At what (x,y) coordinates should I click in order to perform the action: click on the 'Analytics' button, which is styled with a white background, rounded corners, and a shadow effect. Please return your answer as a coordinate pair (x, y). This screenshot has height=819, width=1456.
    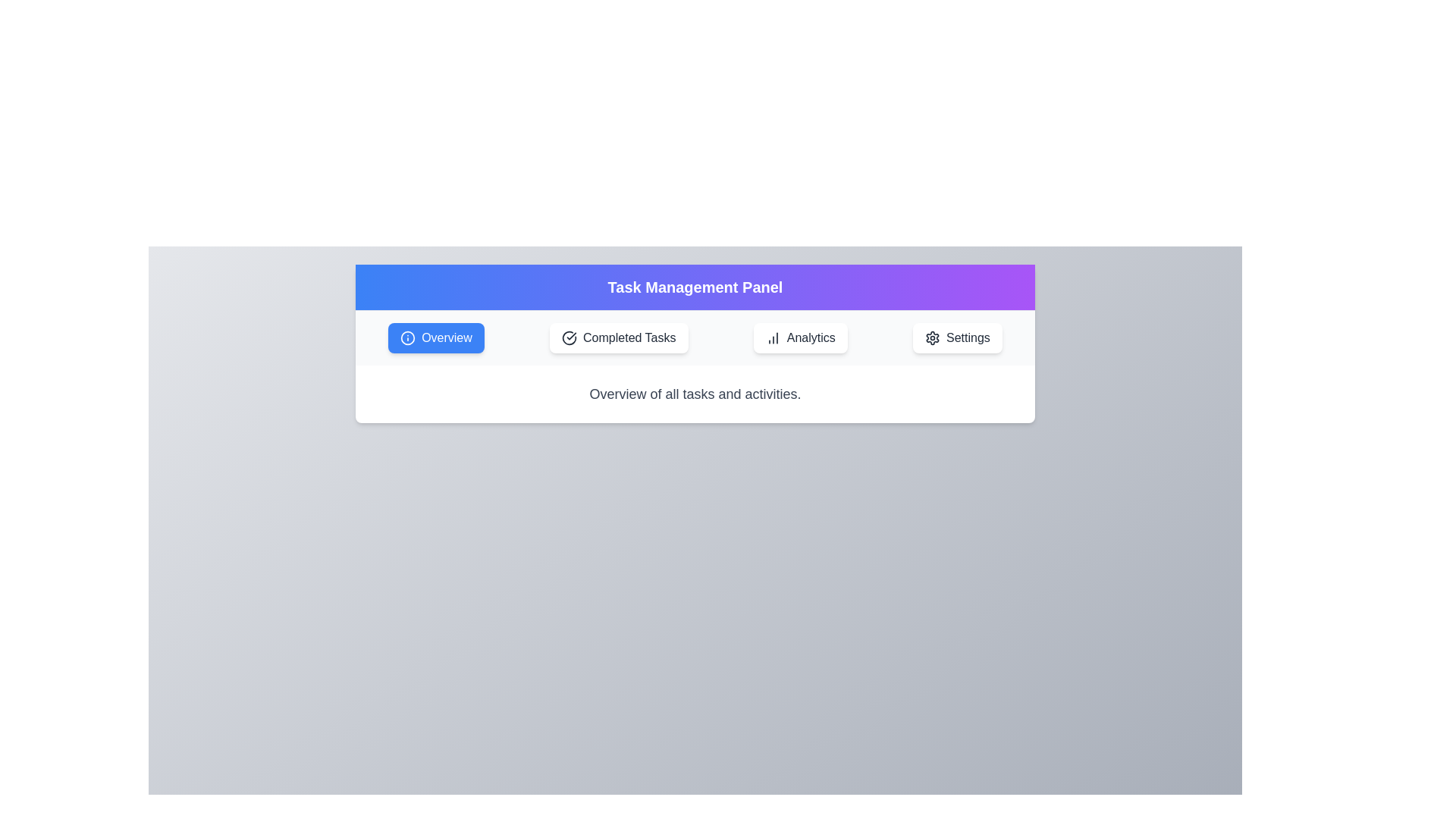
    Looking at the image, I should click on (799, 337).